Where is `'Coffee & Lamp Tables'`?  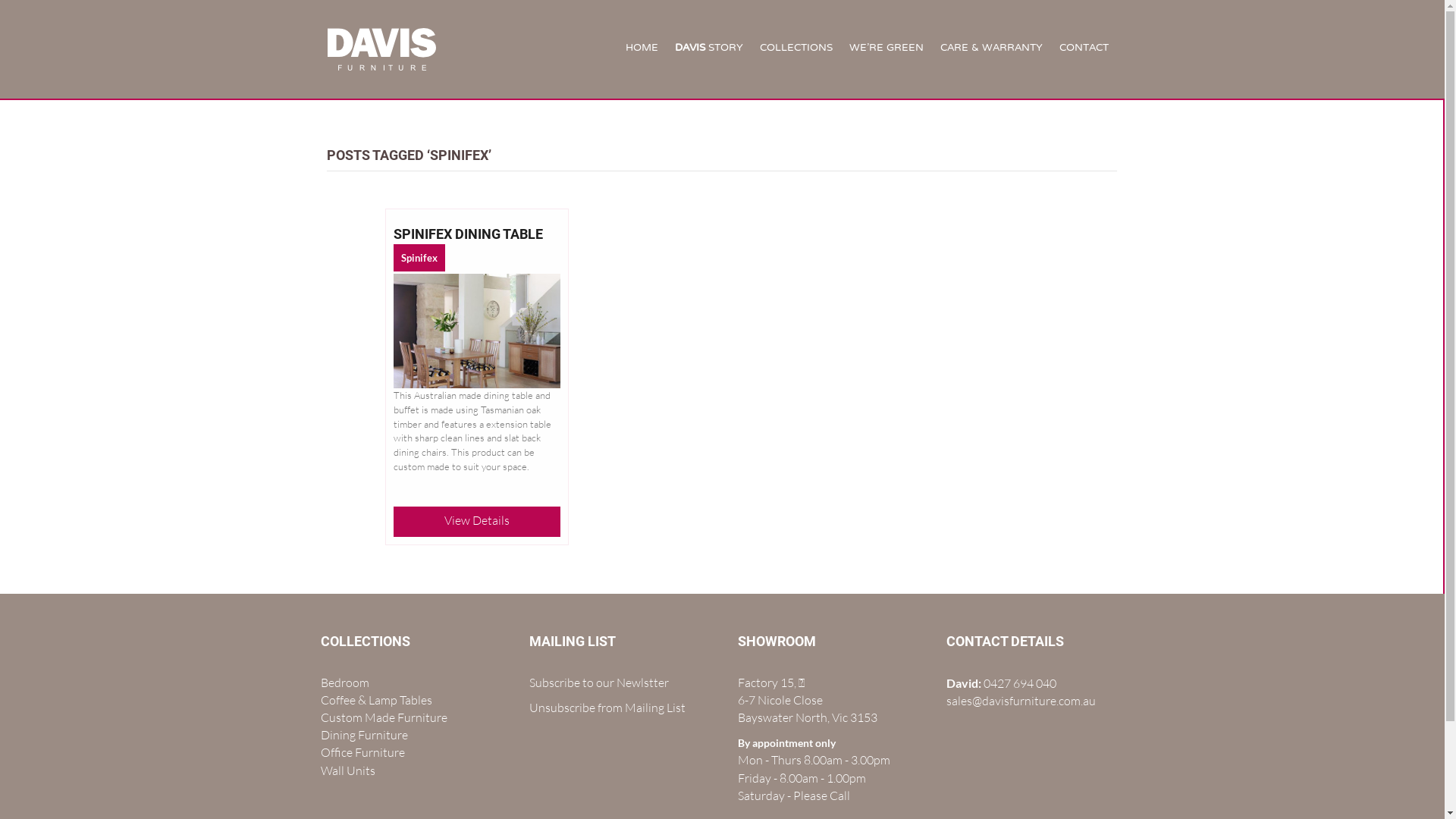 'Coffee & Lamp Tables' is located at coordinates (375, 699).